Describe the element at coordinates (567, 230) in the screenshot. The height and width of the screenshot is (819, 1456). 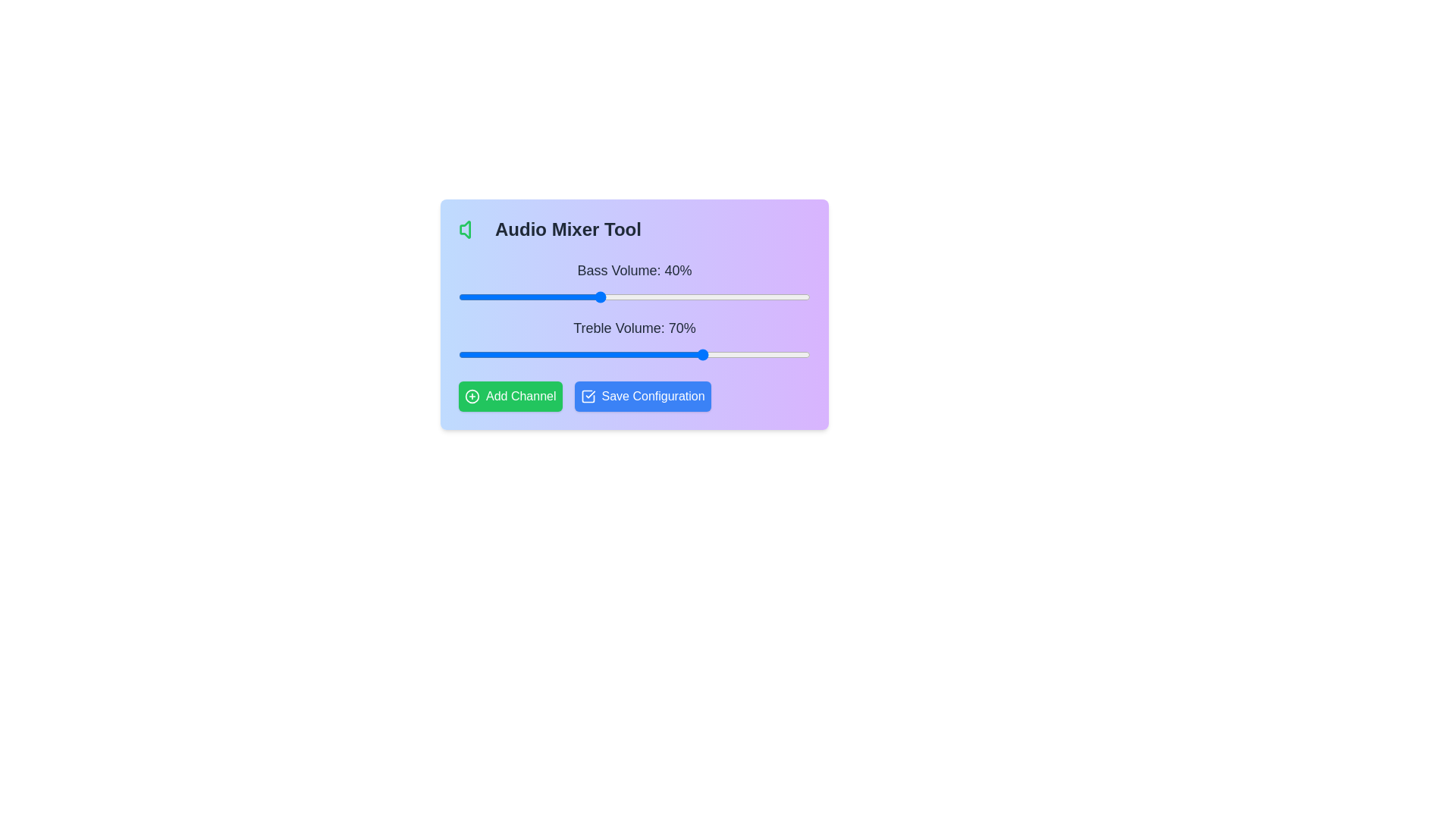
I see `the bold text label displaying 'Audio Mixer Tool' which is prominently positioned on a light purple background` at that location.